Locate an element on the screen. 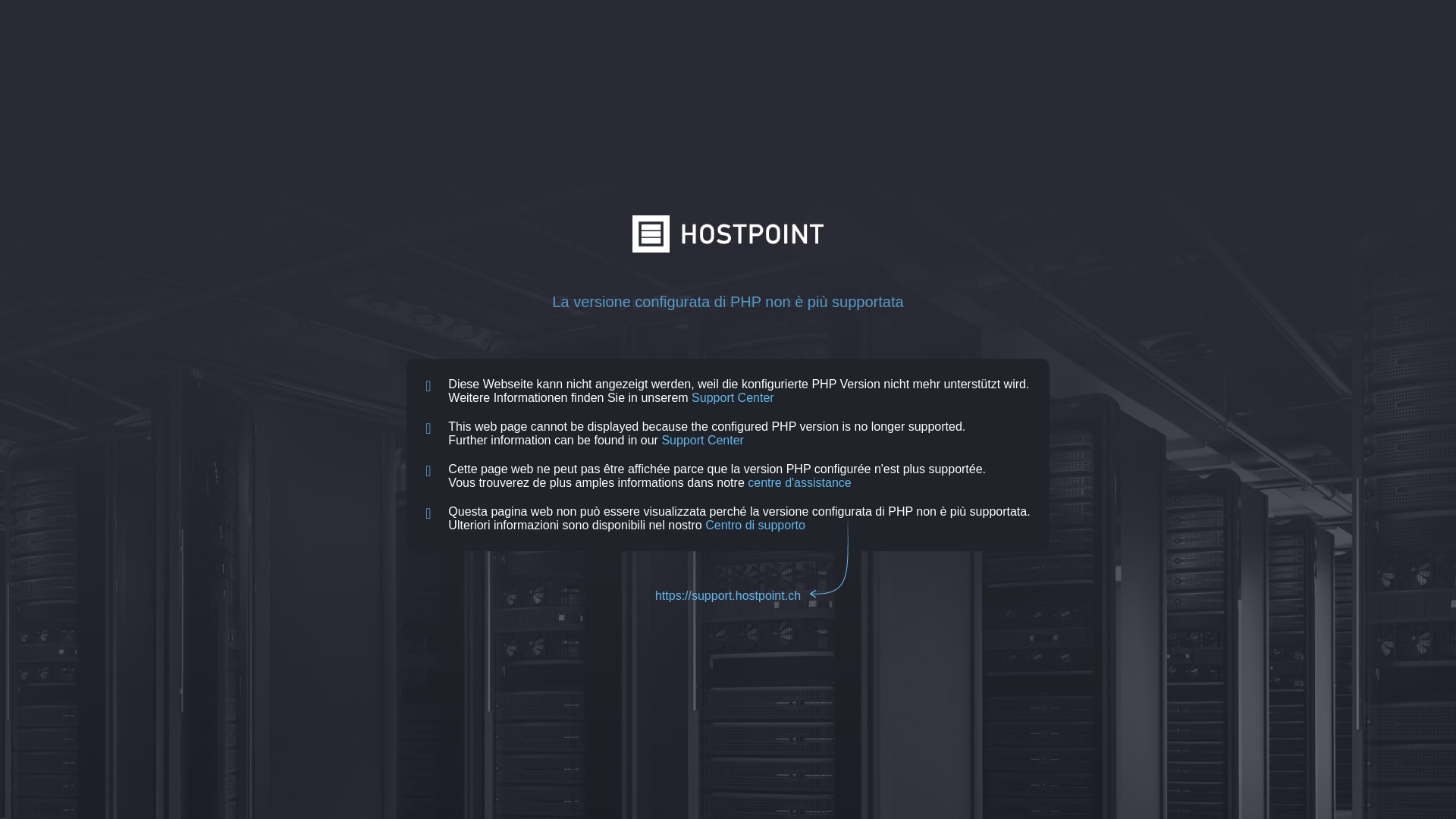 This screenshot has height=819, width=1456. 'Centro di supporto' is located at coordinates (755, 524).